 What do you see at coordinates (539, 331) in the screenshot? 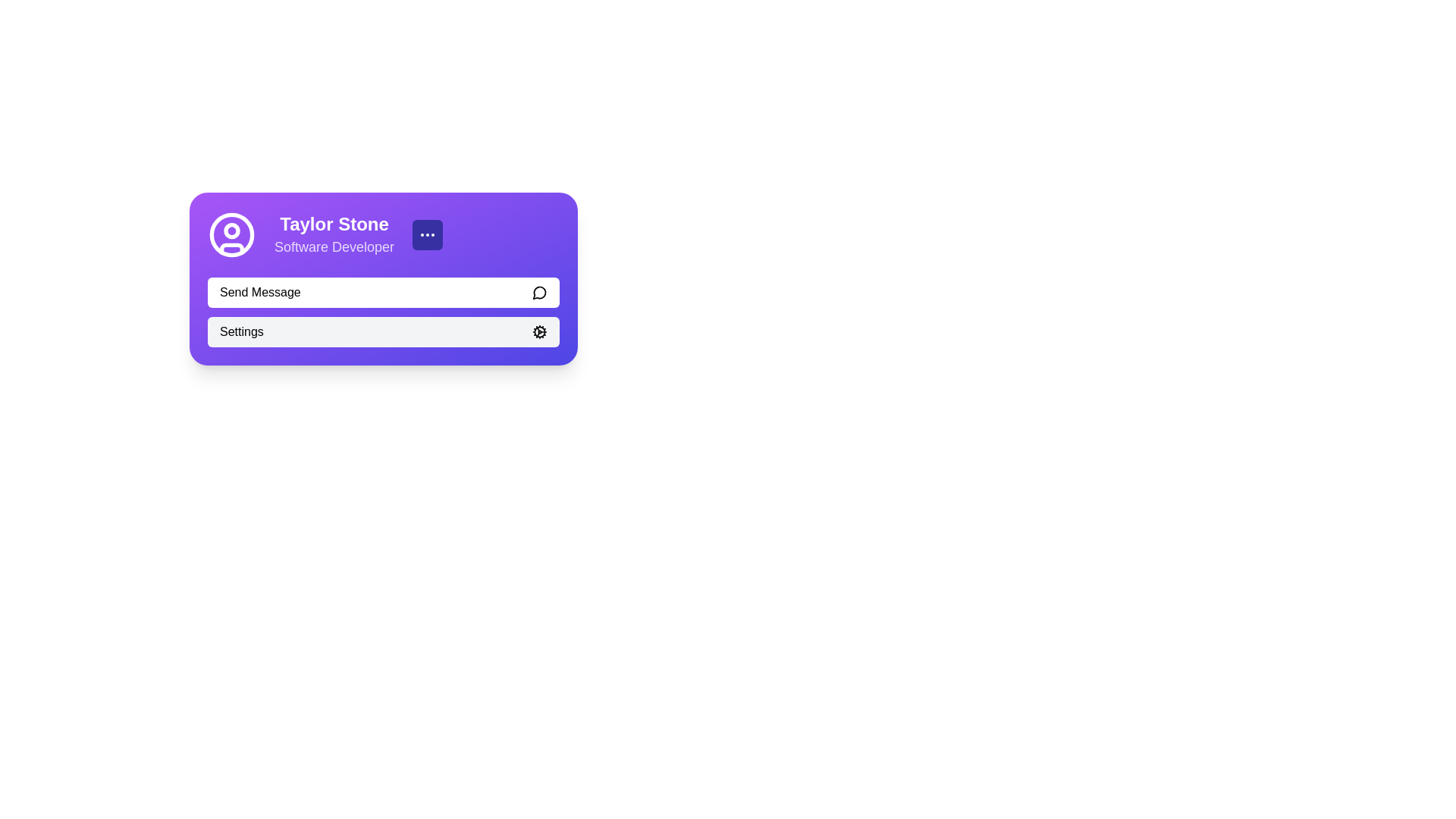
I see `the circular icon located at the center of the gear-shaped settings button in the purple user profile panel` at bounding box center [539, 331].